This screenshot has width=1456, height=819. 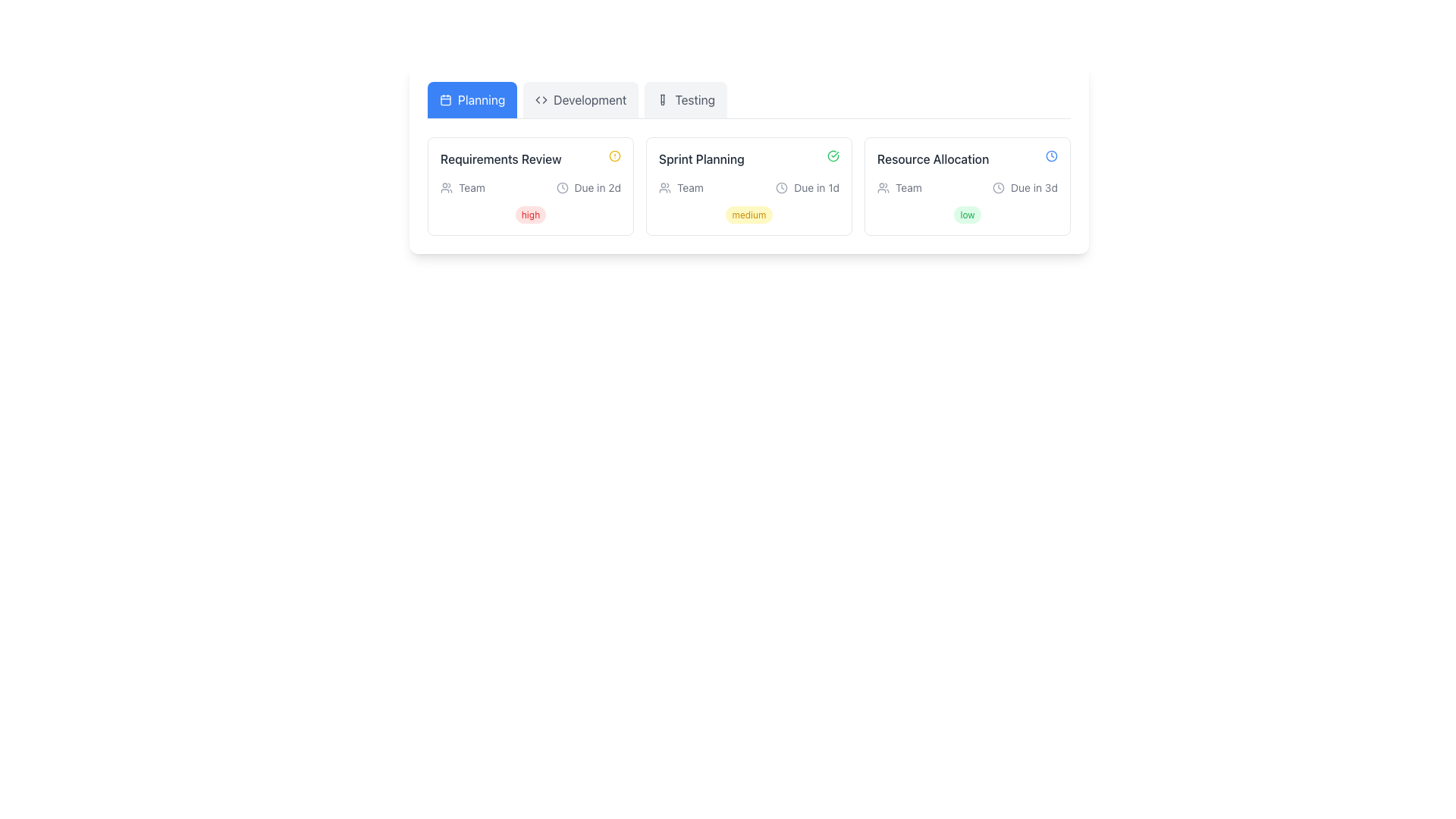 I want to click on the status of the yellow warning icon with an embedded exclamation mark, located at the right end of the 'Requirements Review' panel, so click(x=615, y=155).